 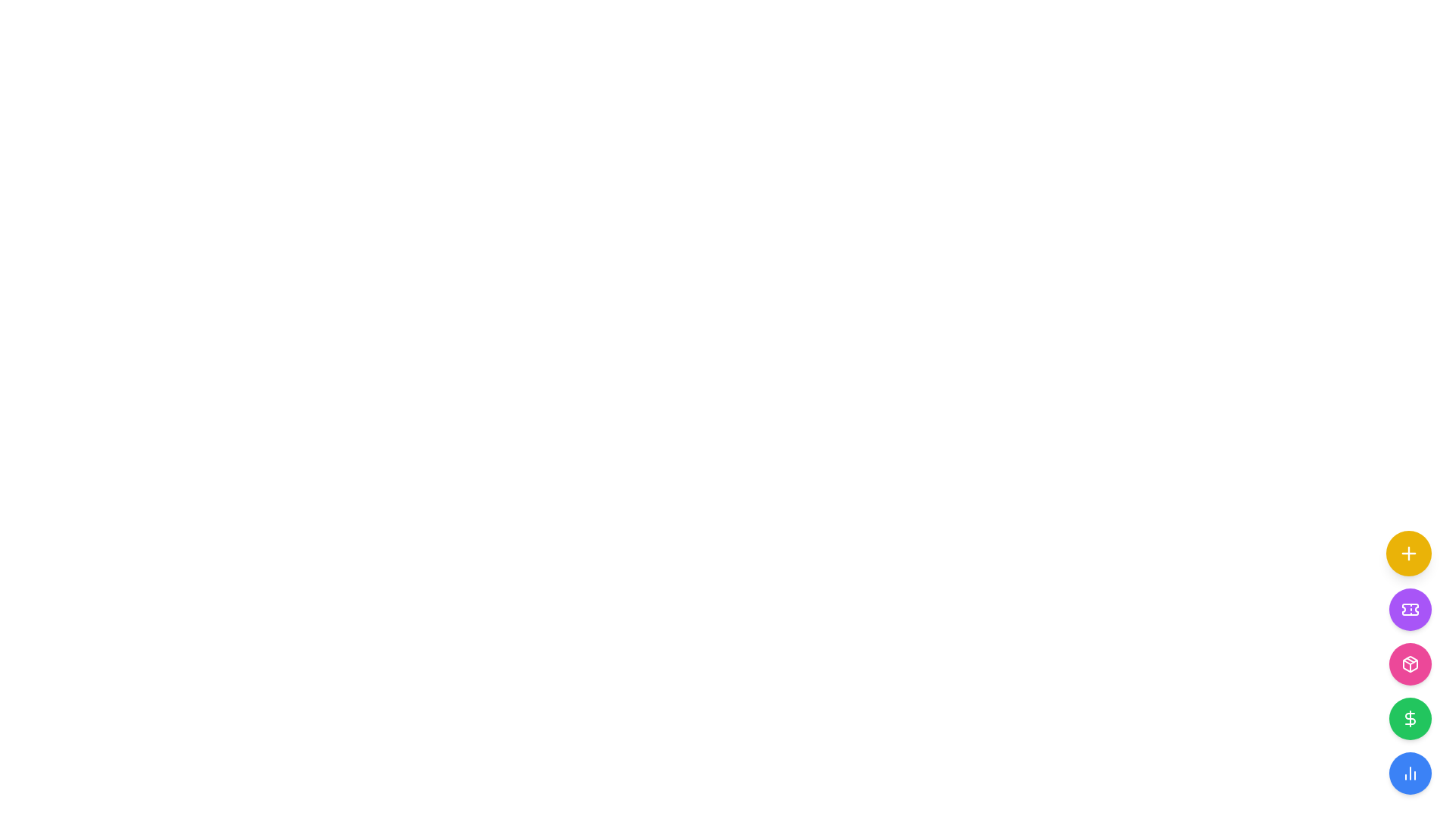 What do you see at coordinates (1410, 663) in the screenshot?
I see `the pink circular button with a package icon located between the purple ticket button and the green dollar sign button` at bounding box center [1410, 663].